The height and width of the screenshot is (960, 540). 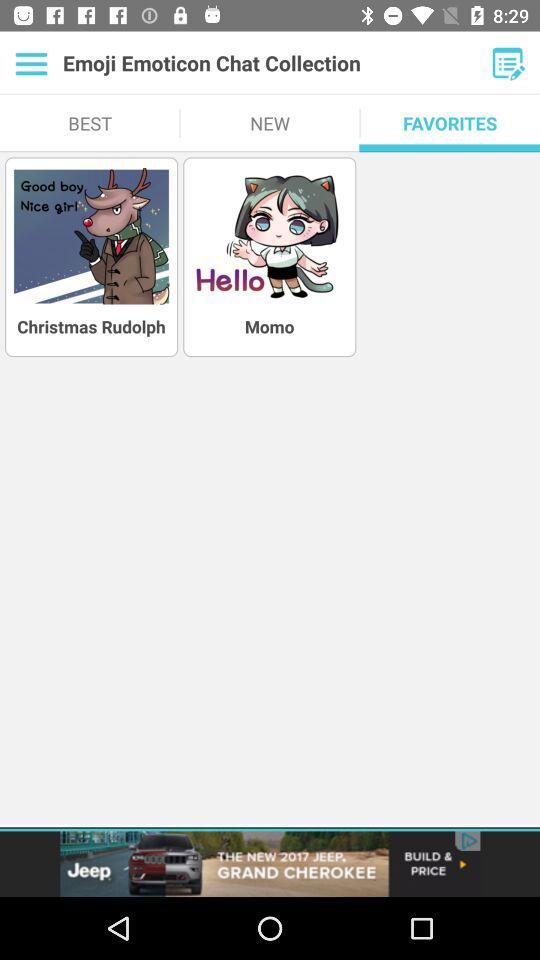 What do you see at coordinates (508, 63) in the screenshot?
I see `edit option` at bounding box center [508, 63].